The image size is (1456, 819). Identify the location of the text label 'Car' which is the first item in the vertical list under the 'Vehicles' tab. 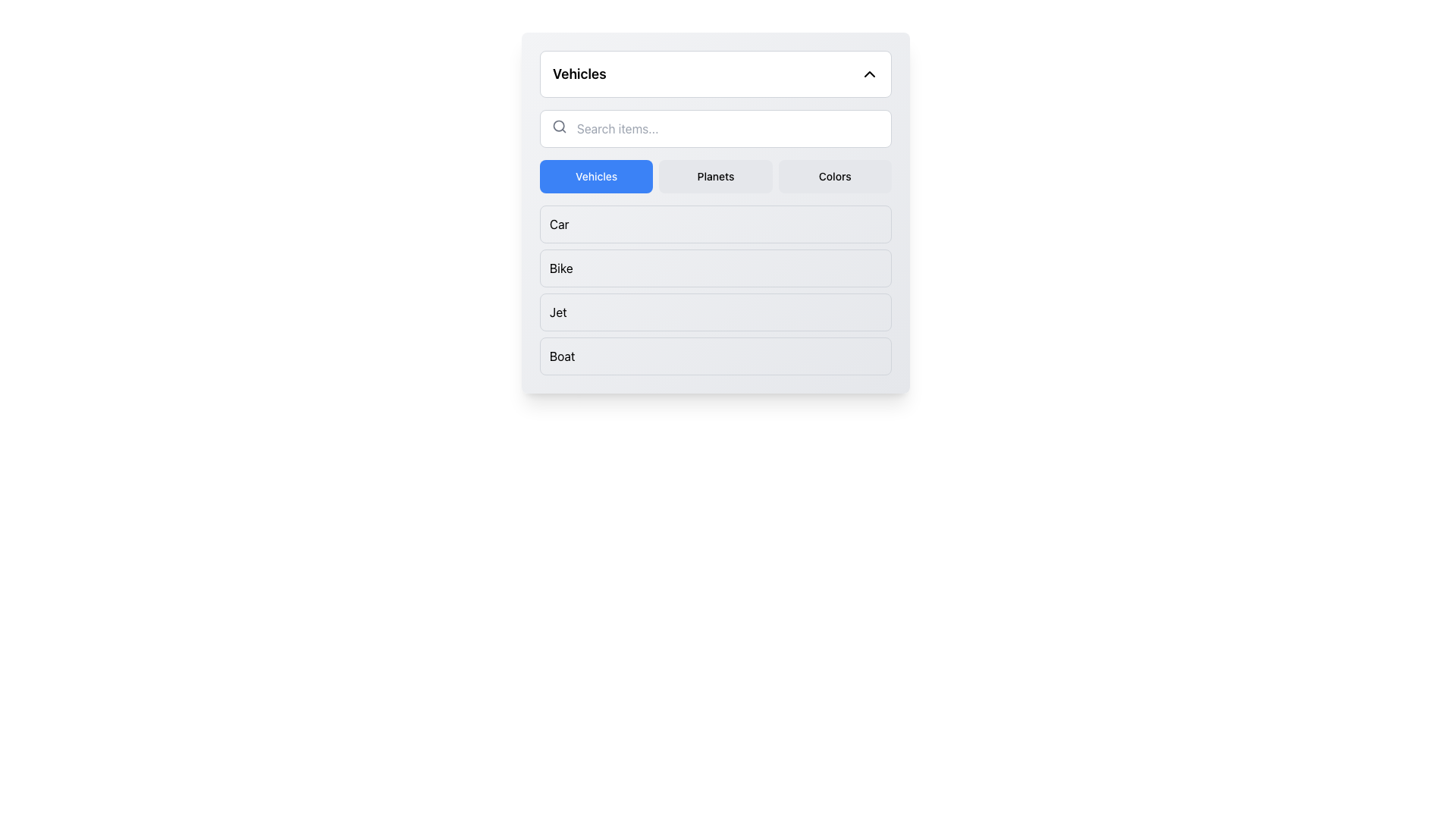
(558, 224).